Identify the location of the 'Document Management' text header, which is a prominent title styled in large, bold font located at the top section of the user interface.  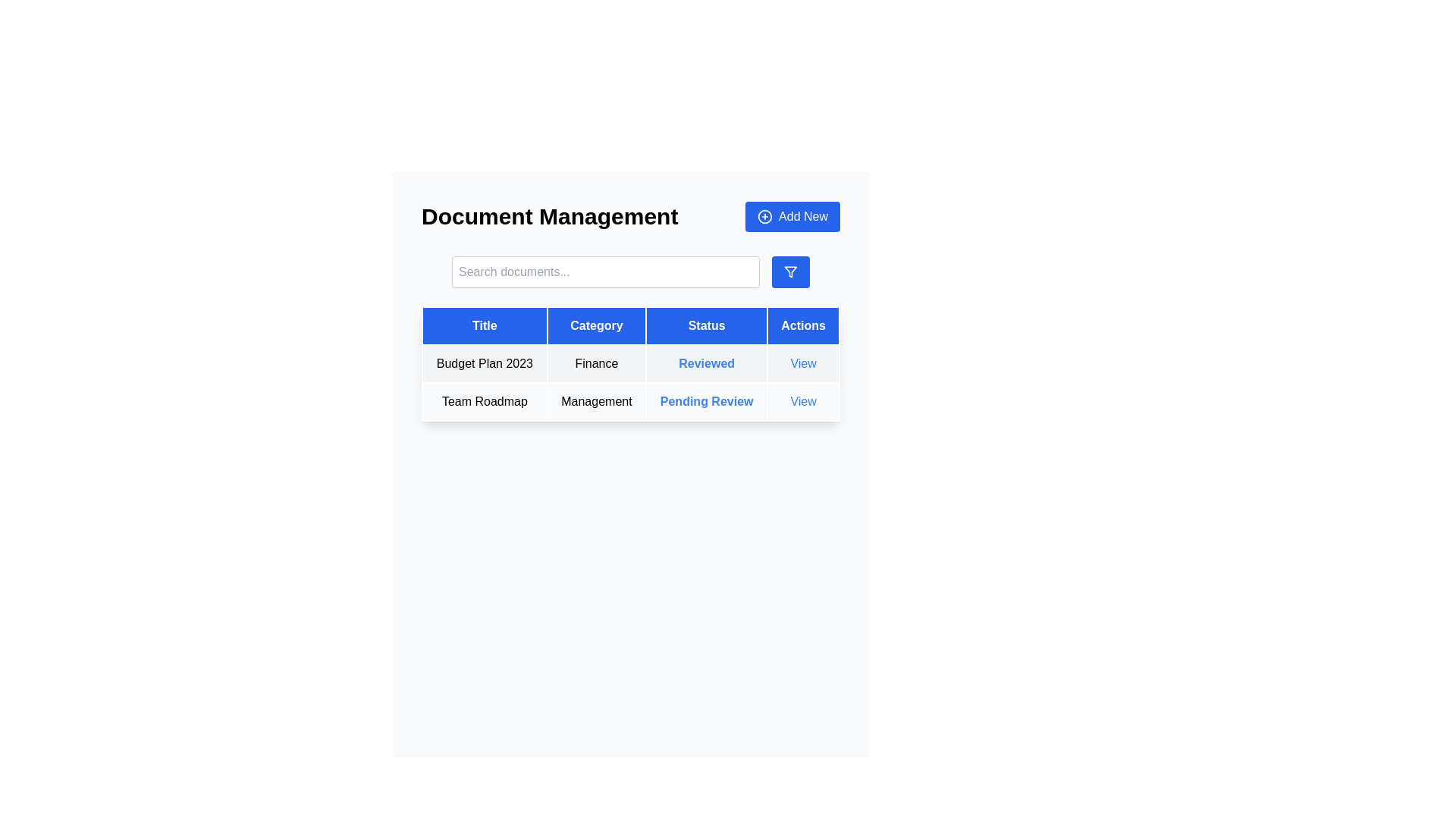
(549, 216).